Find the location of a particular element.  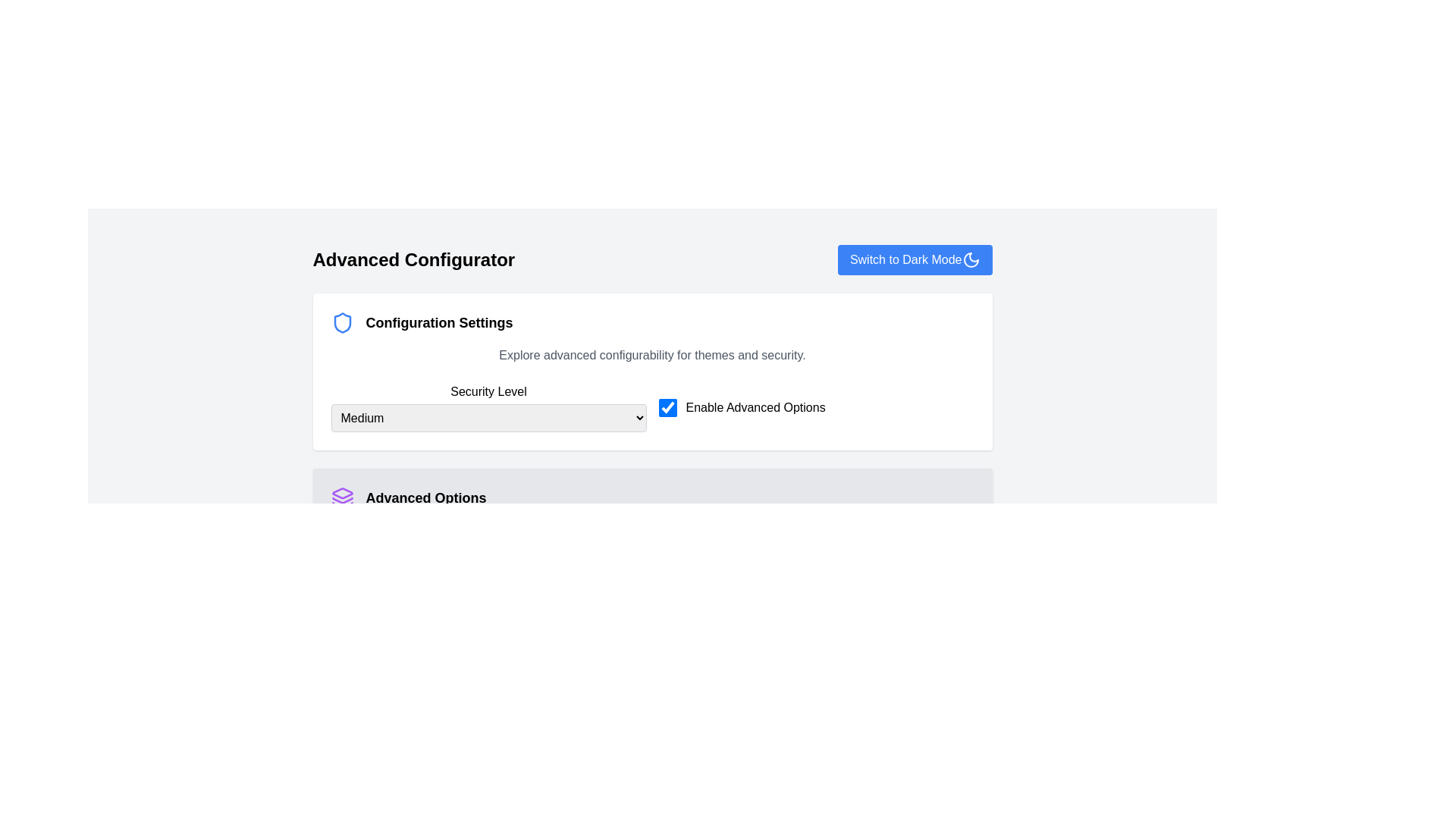

the 'Enable Advanced Options' label, which is a textual label in bold sans-serif font located to the right of a blue checkbox in the 'Configuration Settings' panel is located at coordinates (755, 406).